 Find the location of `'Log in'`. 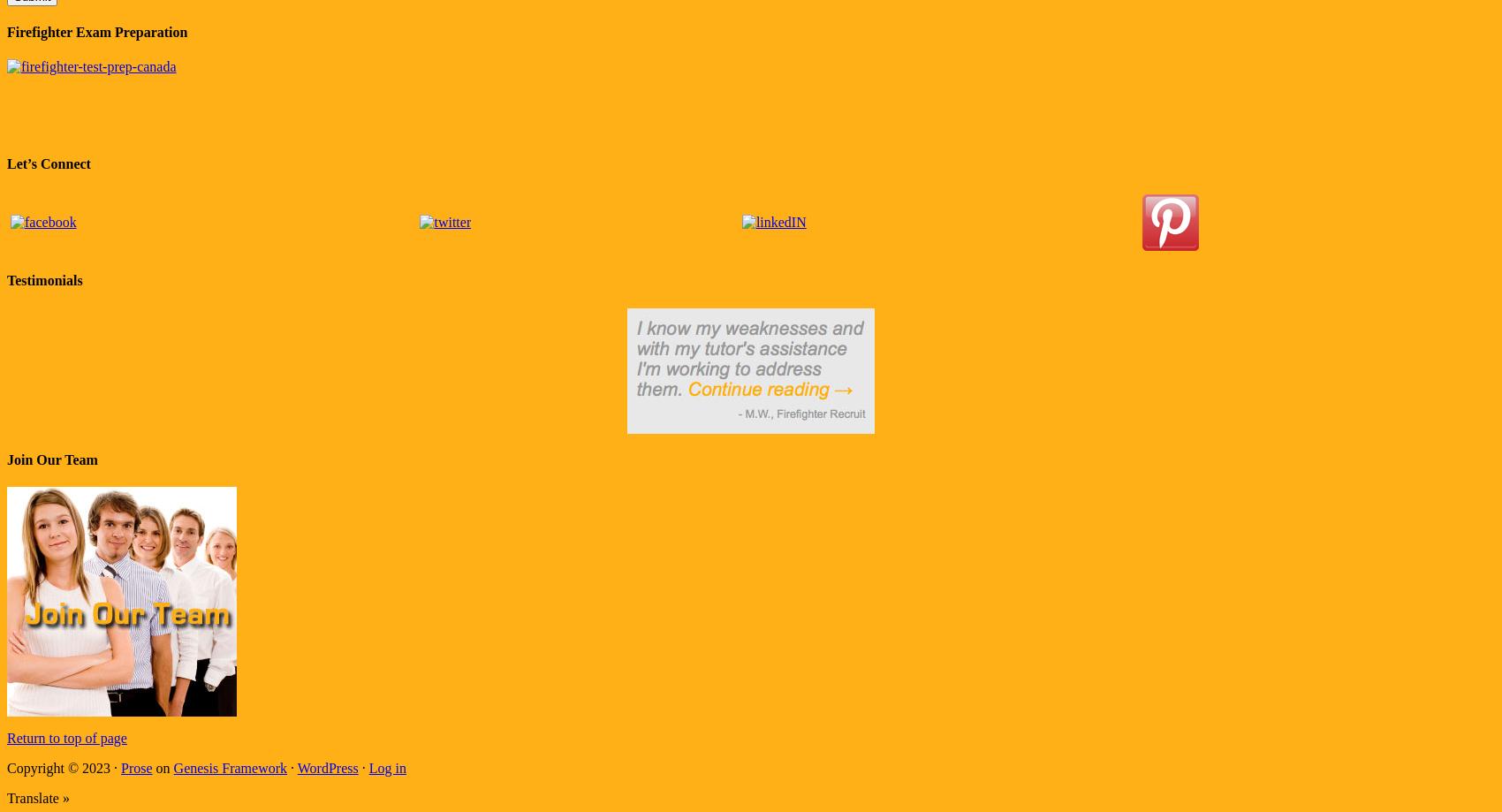

'Log in' is located at coordinates (386, 767).